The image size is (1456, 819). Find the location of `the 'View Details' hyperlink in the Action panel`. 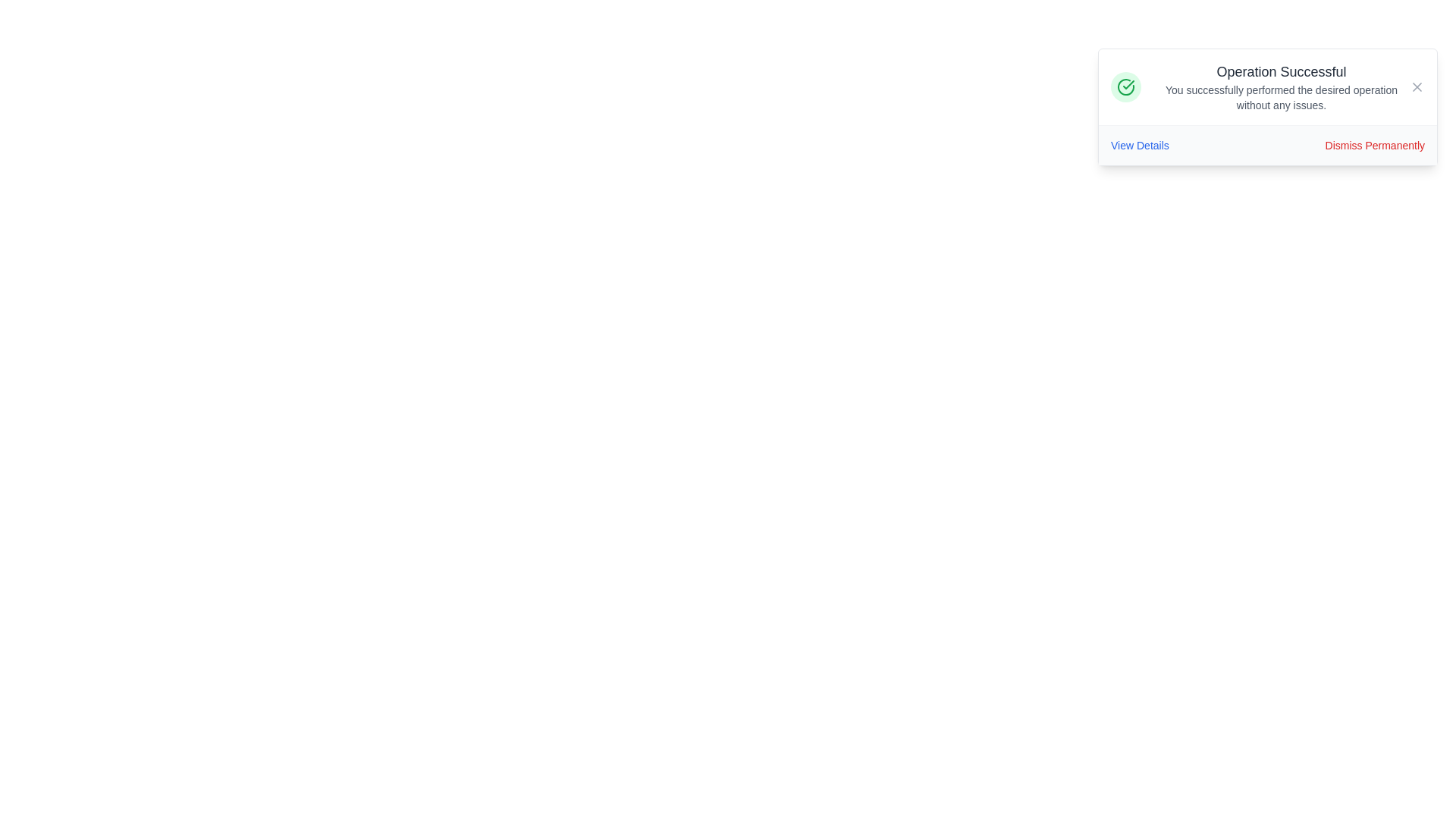

the 'View Details' hyperlink in the Action panel is located at coordinates (1267, 145).